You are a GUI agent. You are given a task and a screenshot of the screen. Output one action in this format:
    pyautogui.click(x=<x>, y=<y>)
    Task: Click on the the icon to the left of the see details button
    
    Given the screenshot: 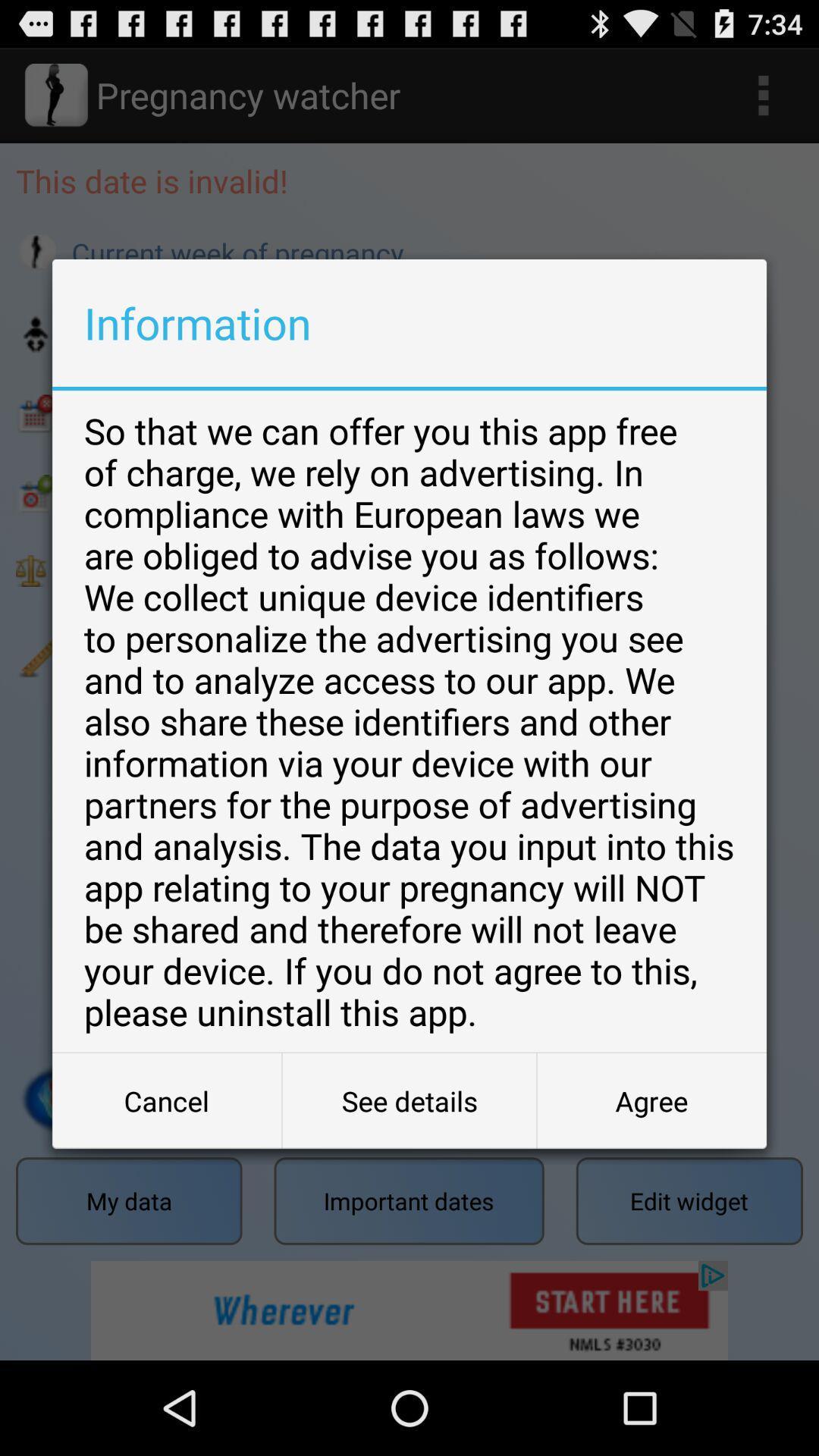 What is the action you would take?
    pyautogui.click(x=167, y=1100)
    